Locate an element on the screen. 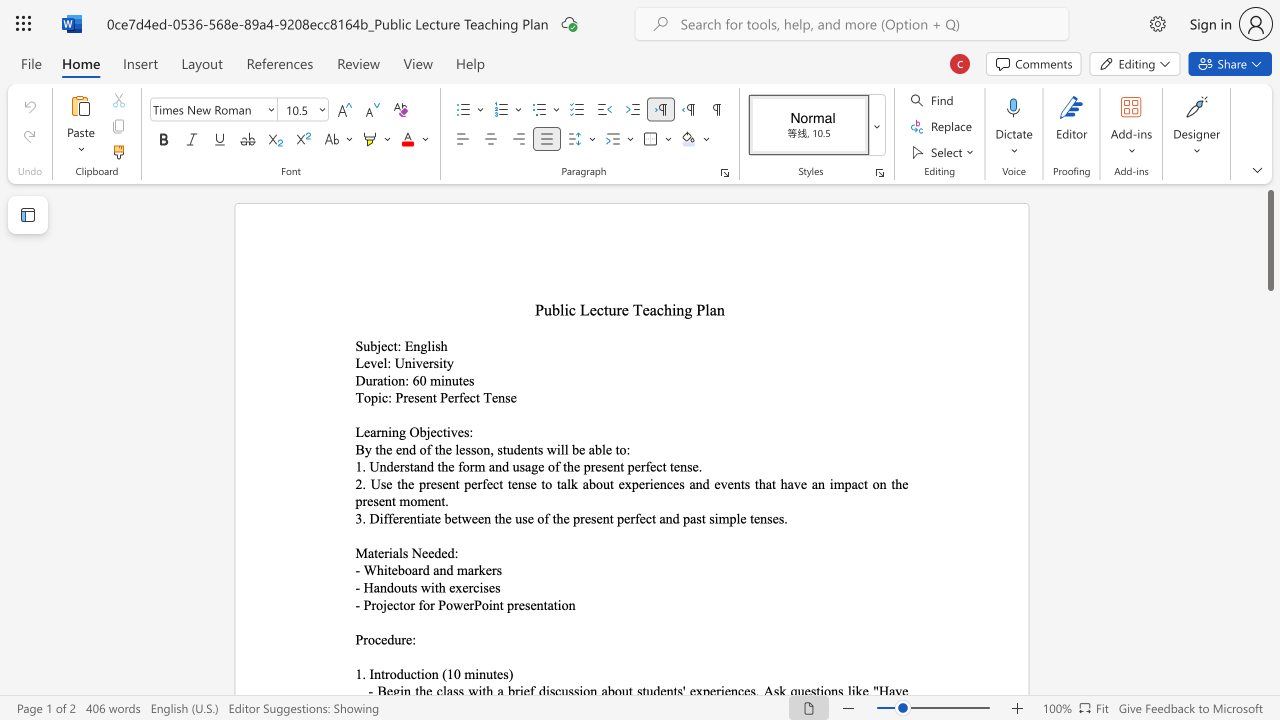 The width and height of the screenshot is (1280, 720). the 1th character "d" in the text is located at coordinates (390, 639).